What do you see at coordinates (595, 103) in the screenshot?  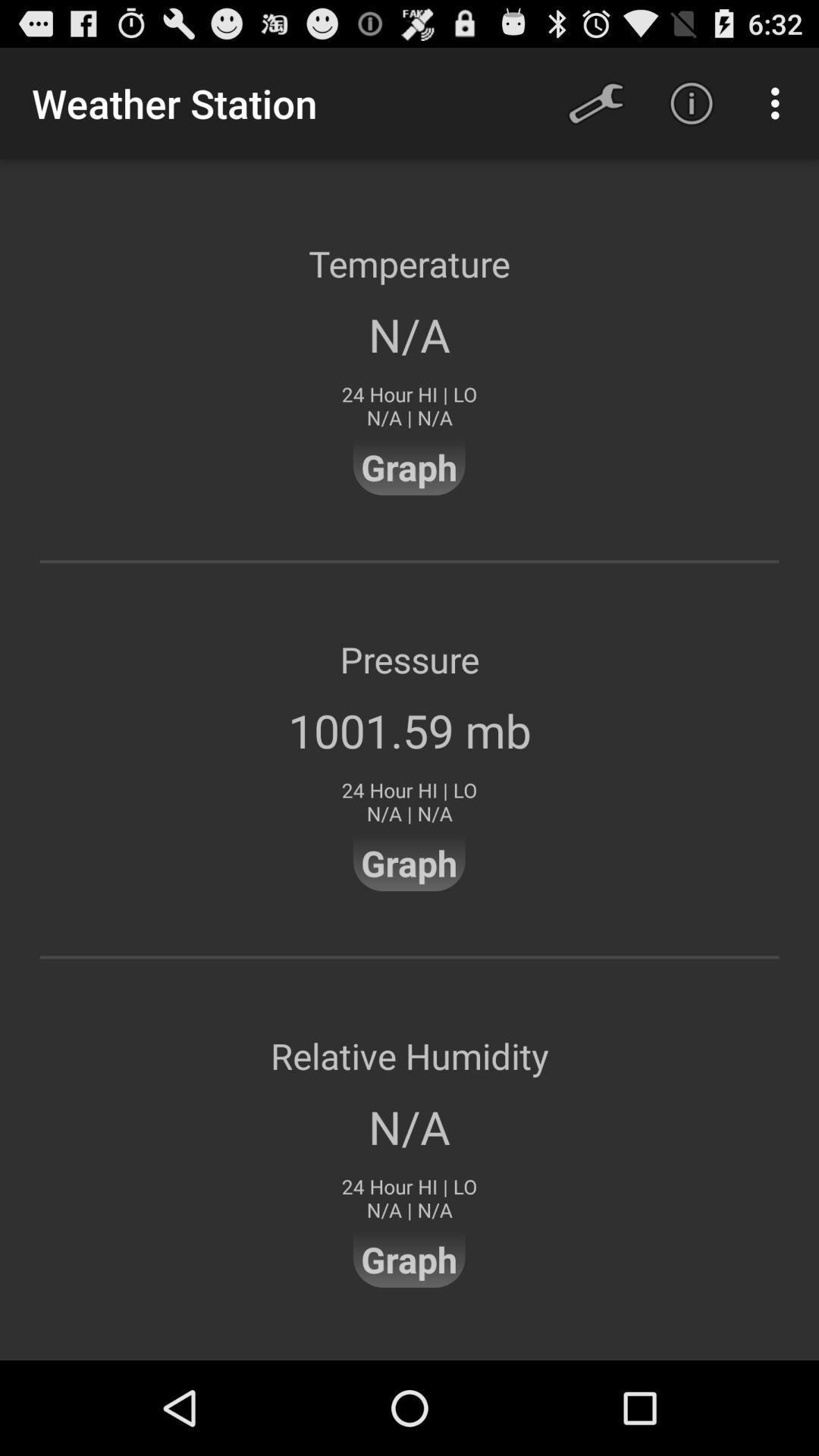 I see `the settings icon beside weather station` at bounding box center [595, 103].